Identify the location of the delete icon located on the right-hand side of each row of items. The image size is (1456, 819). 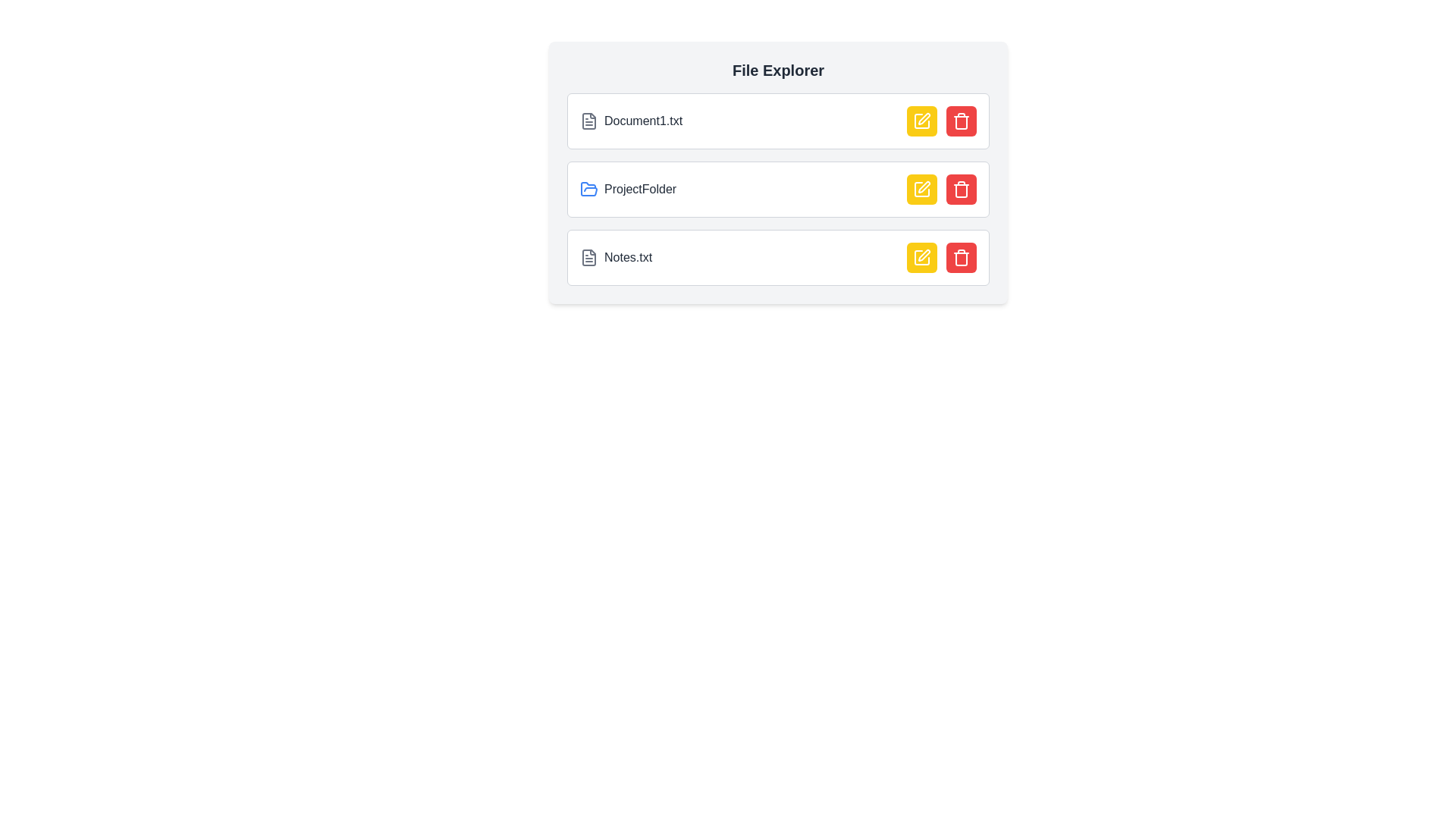
(960, 122).